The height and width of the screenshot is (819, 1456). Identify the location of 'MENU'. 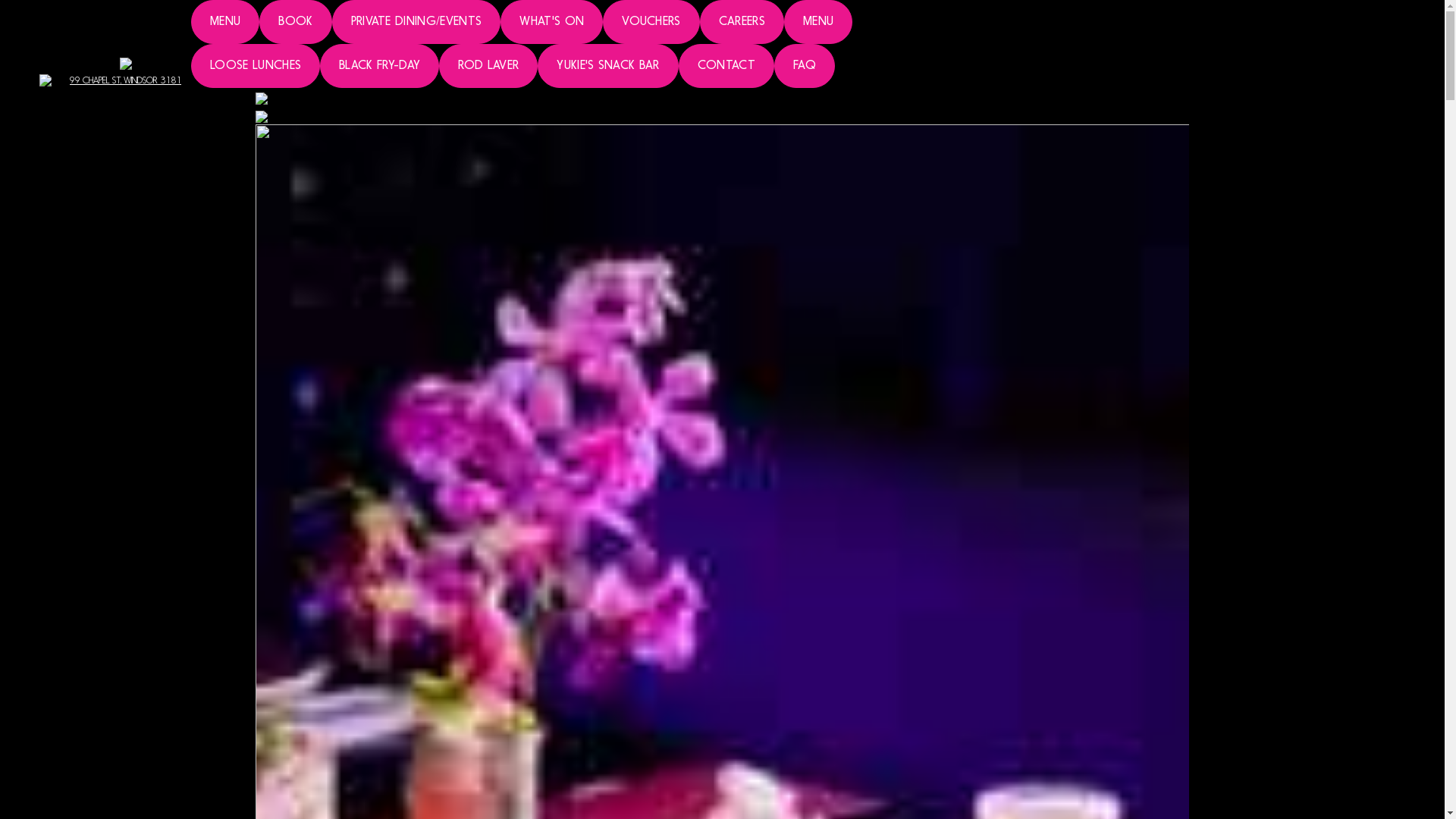
(224, 22).